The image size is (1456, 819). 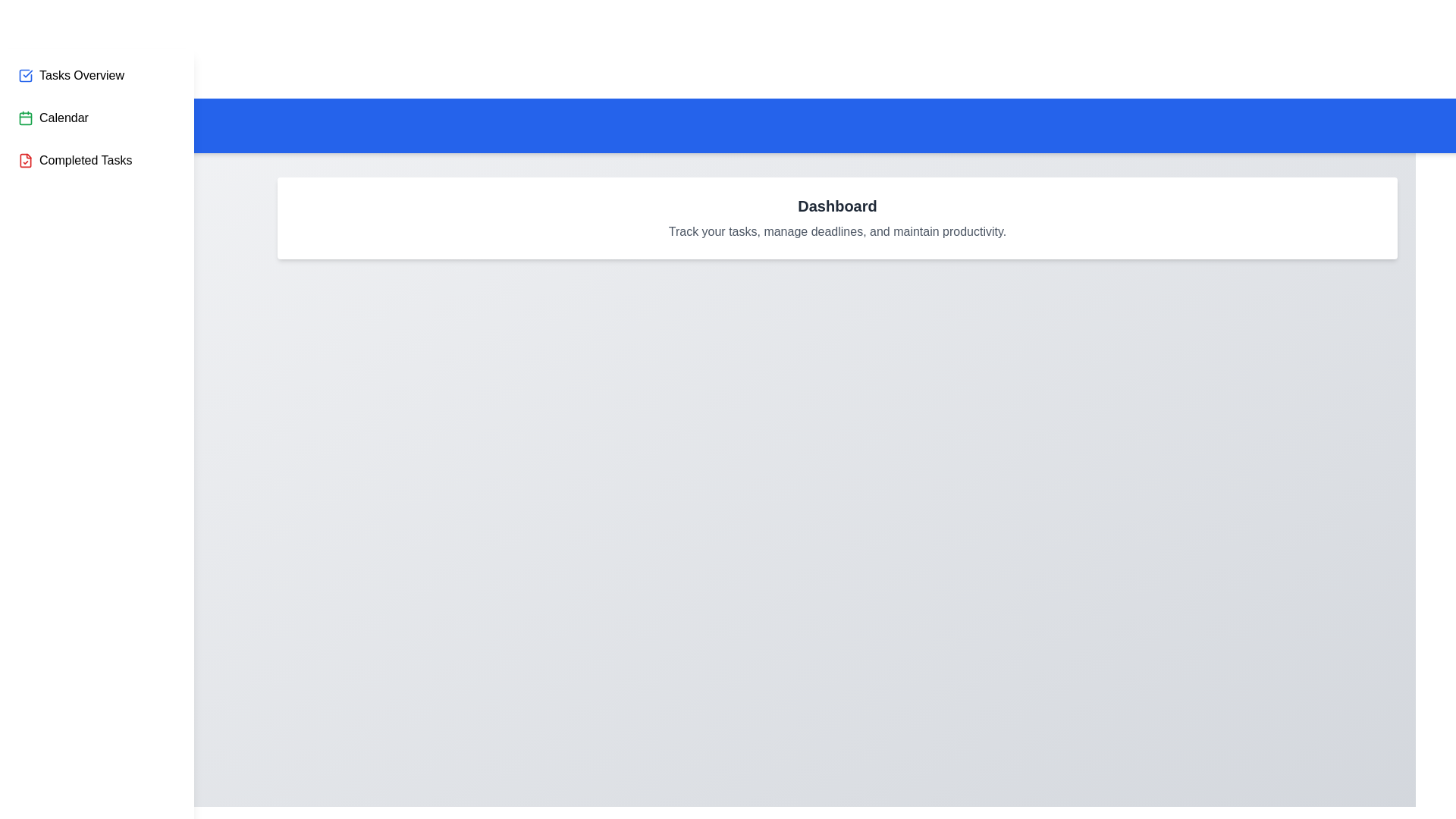 What do you see at coordinates (25, 117) in the screenshot?
I see `the SVG graphical element of the 'Calendar' navigation button located in the left sidebar navigation panel, positioned centrally within the icon` at bounding box center [25, 117].